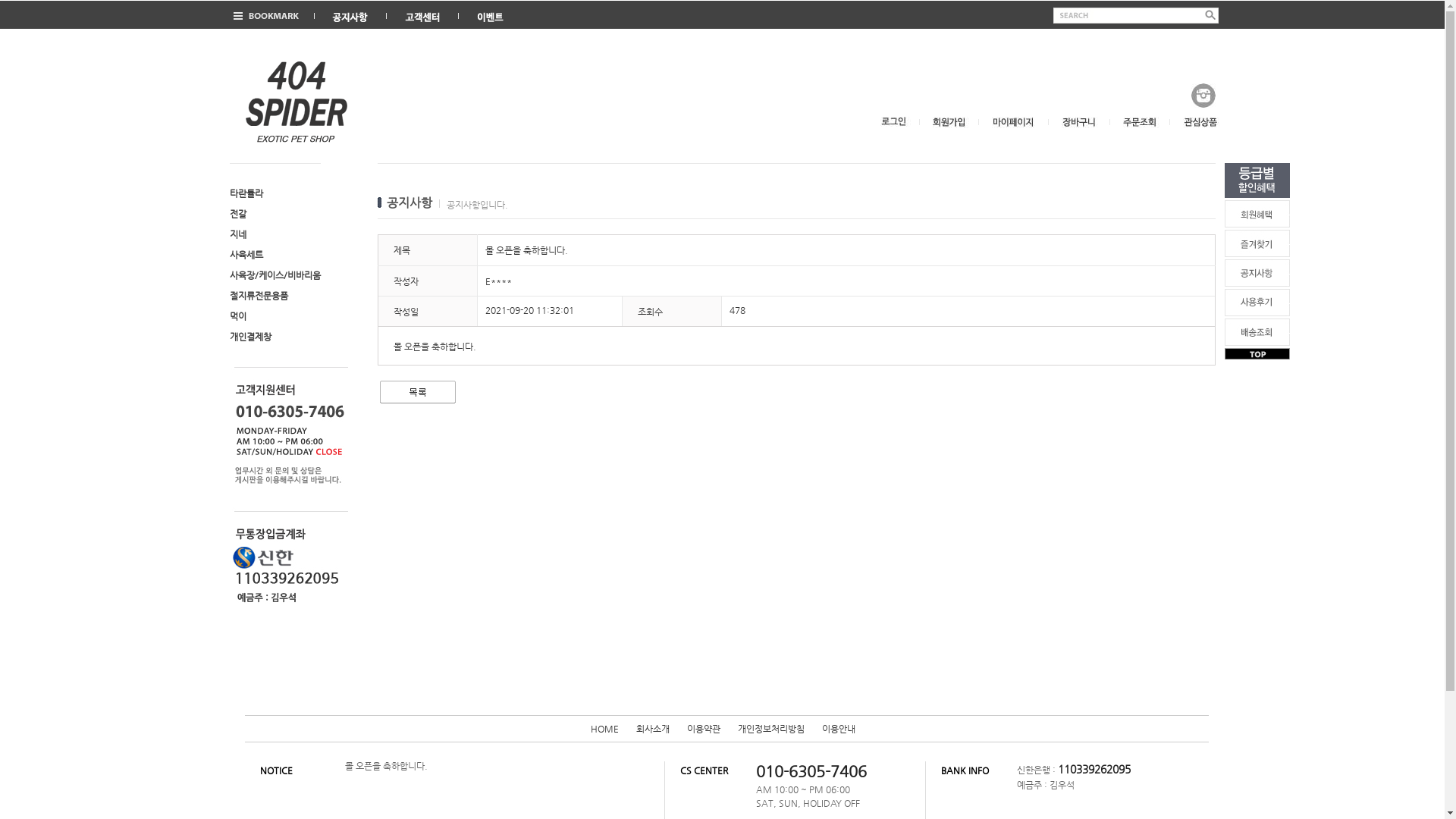 The width and height of the screenshot is (1456, 819). I want to click on 'HOME', so click(588, 727).